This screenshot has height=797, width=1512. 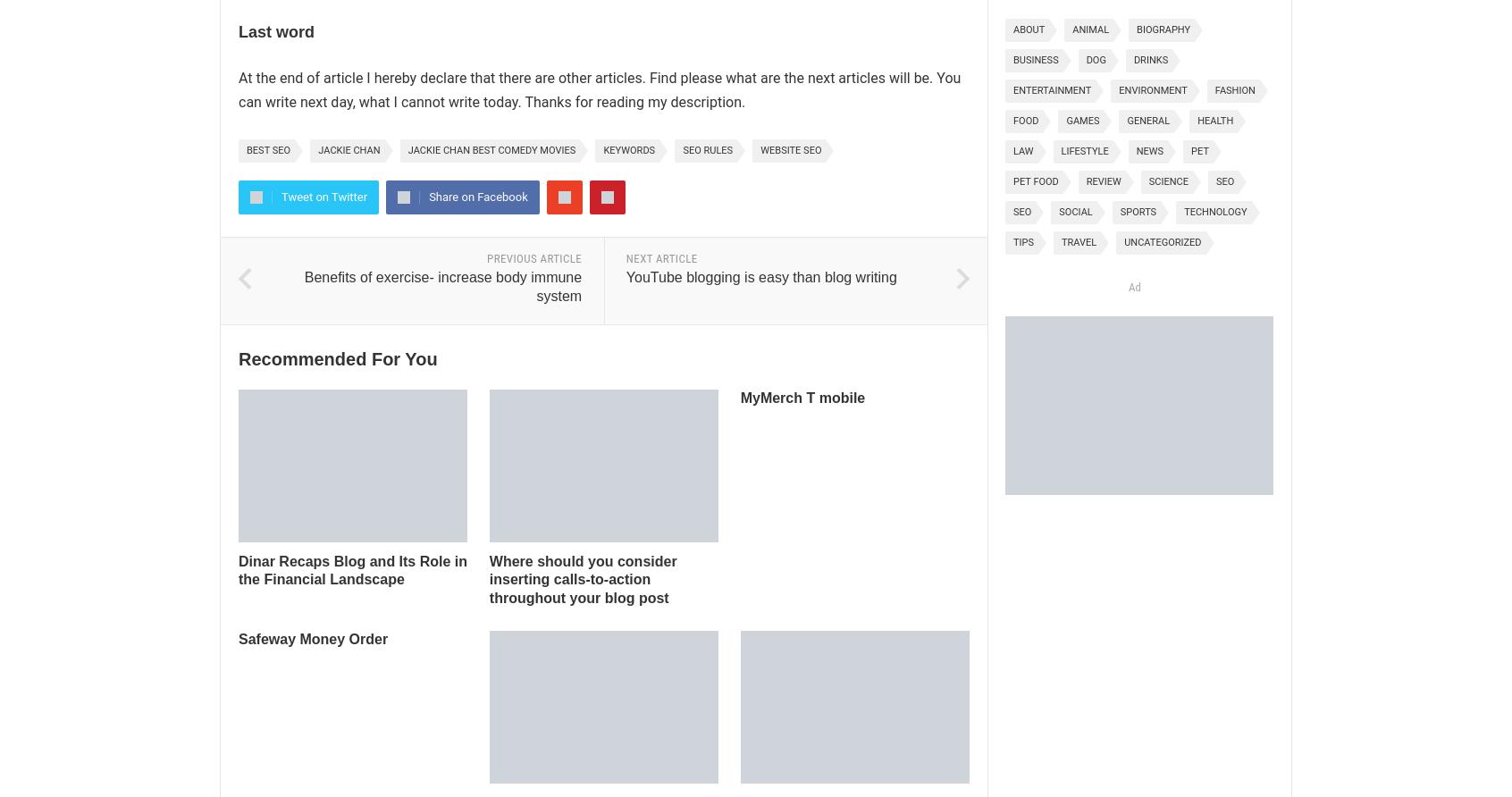 I want to click on 'YouTube blogging is easy than blog writing', so click(x=760, y=276).